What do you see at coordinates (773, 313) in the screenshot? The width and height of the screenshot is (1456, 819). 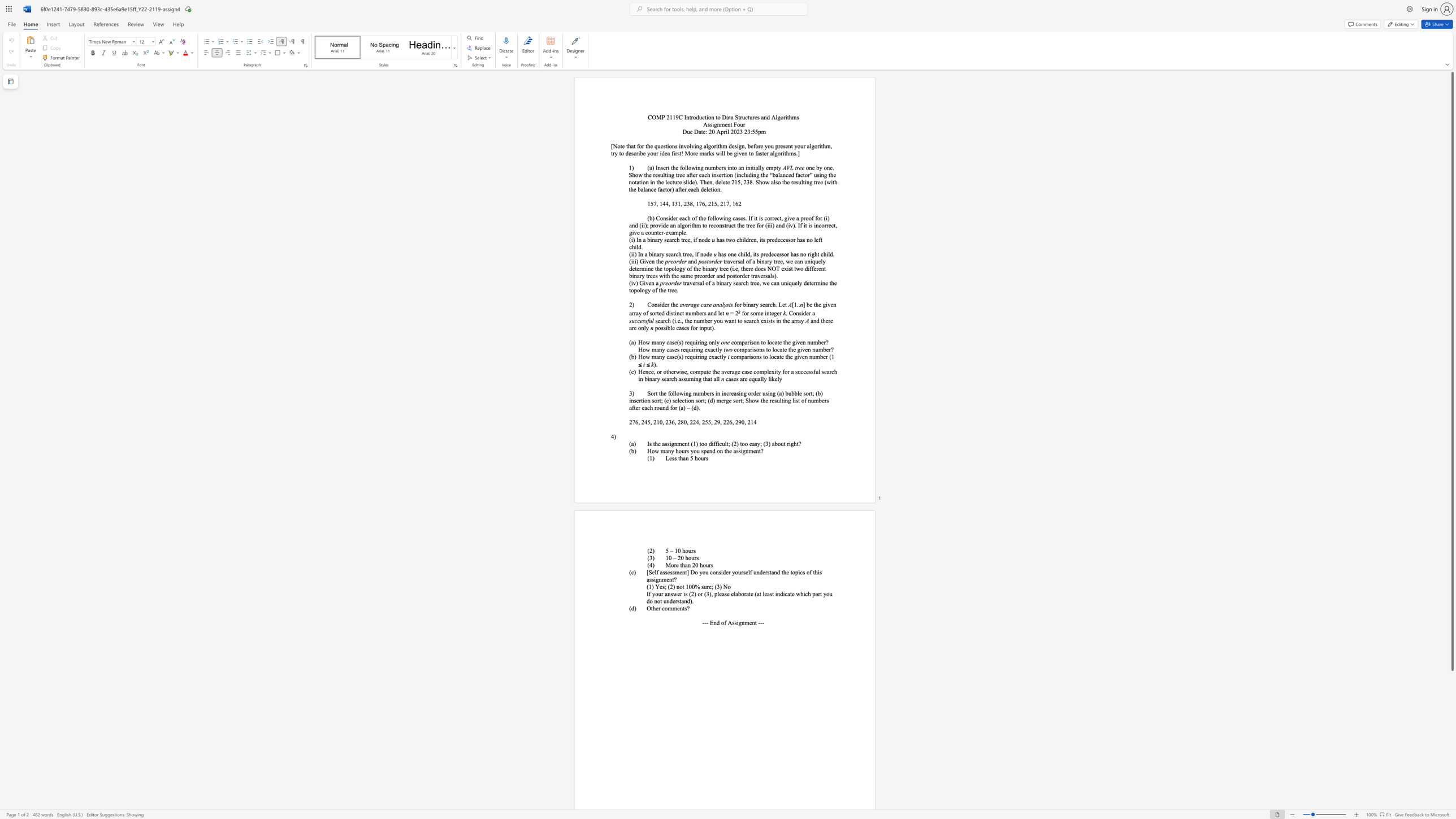 I see `the subset text "ge" within the text "for some integer"` at bounding box center [773, 313].